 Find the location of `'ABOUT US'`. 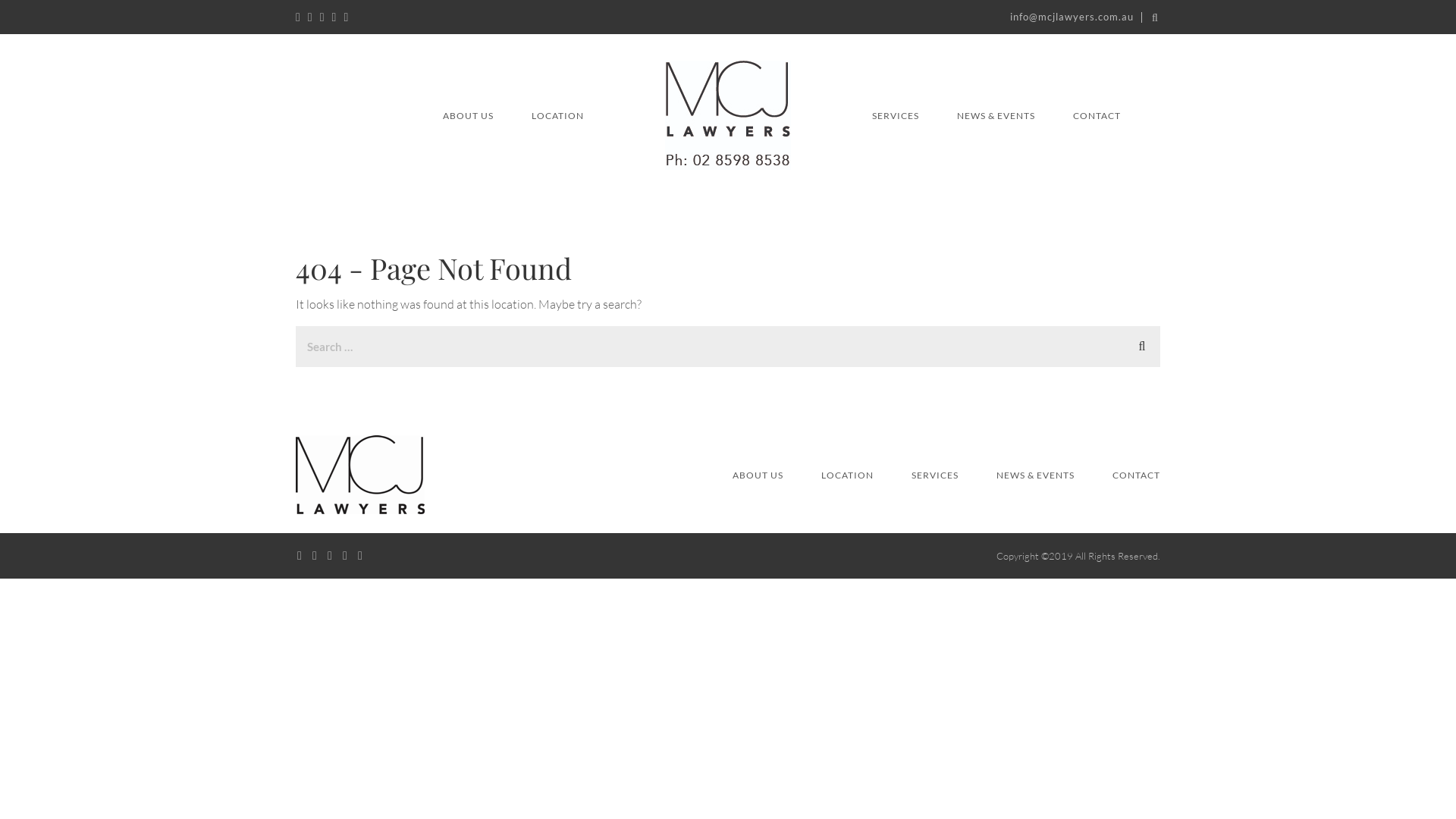

'ABOUT US' is located at coordinates (467, 115).